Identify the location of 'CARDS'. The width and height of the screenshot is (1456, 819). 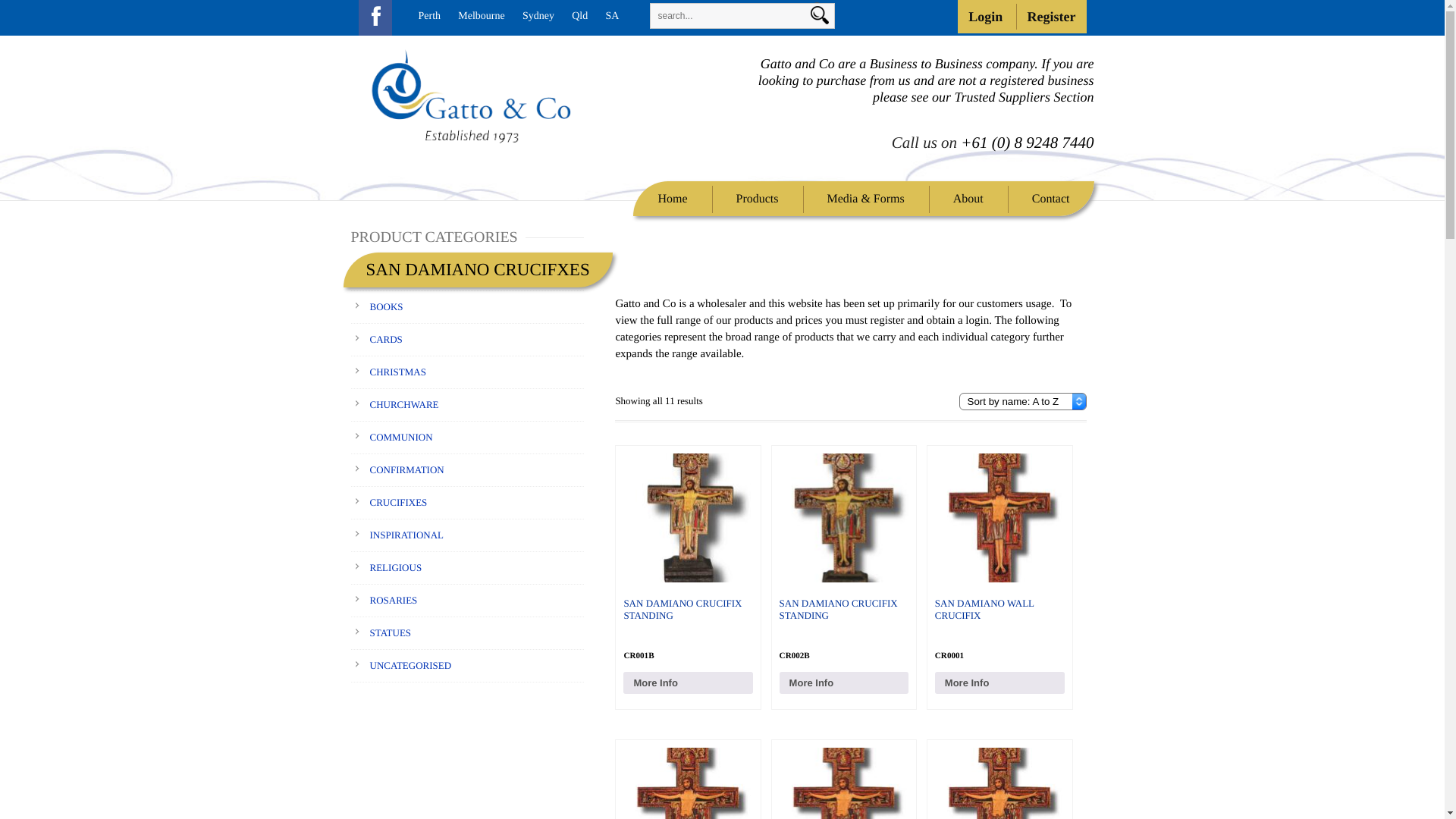
(386, 338).